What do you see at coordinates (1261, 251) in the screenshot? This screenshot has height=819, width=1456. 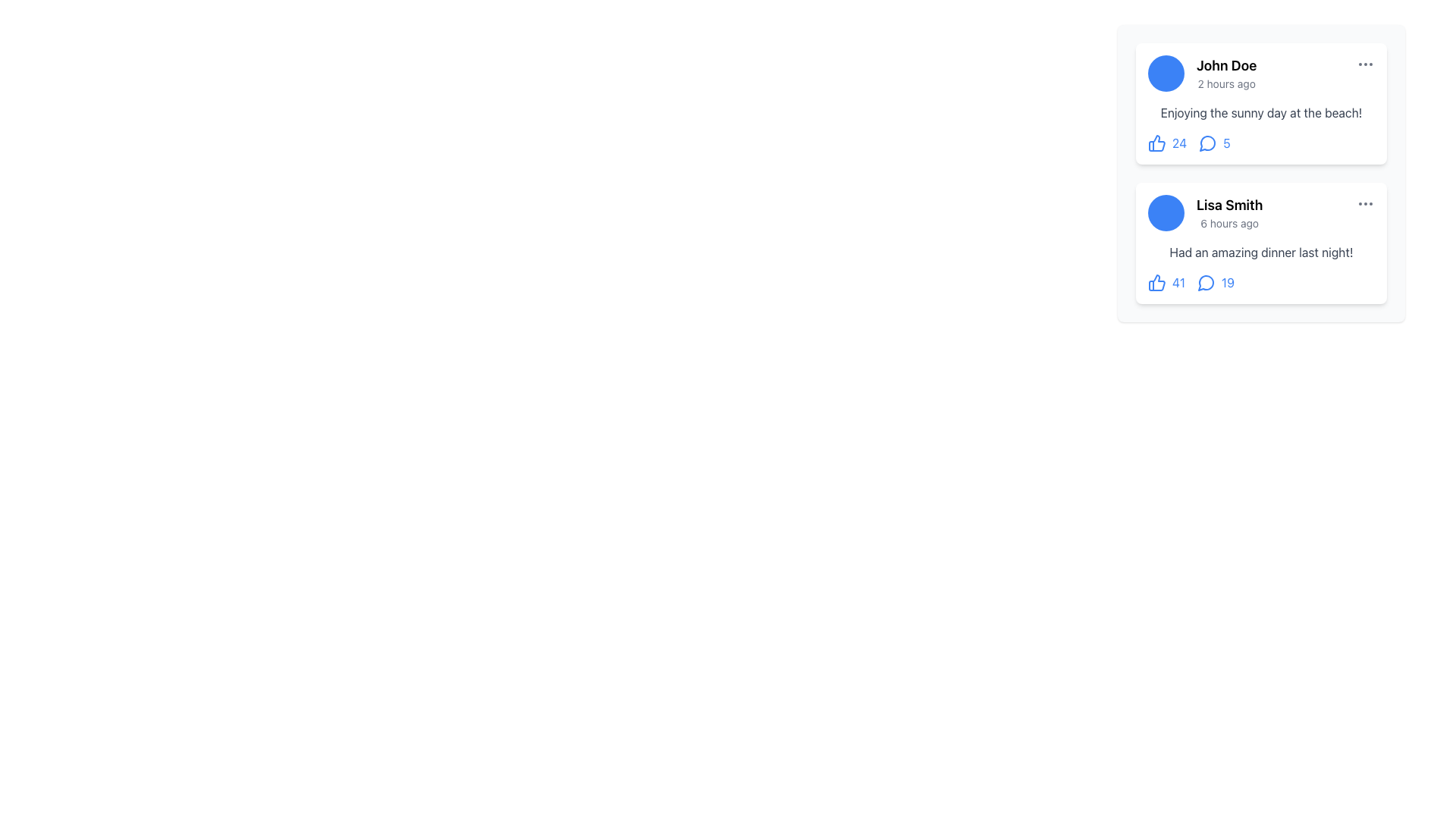 I see `the text block that says 'Had an amazing dinner last night!', which is styled in gray and located under Lisa Smith's name in the second card of the sidebar` at bounding box center [1261, 251].